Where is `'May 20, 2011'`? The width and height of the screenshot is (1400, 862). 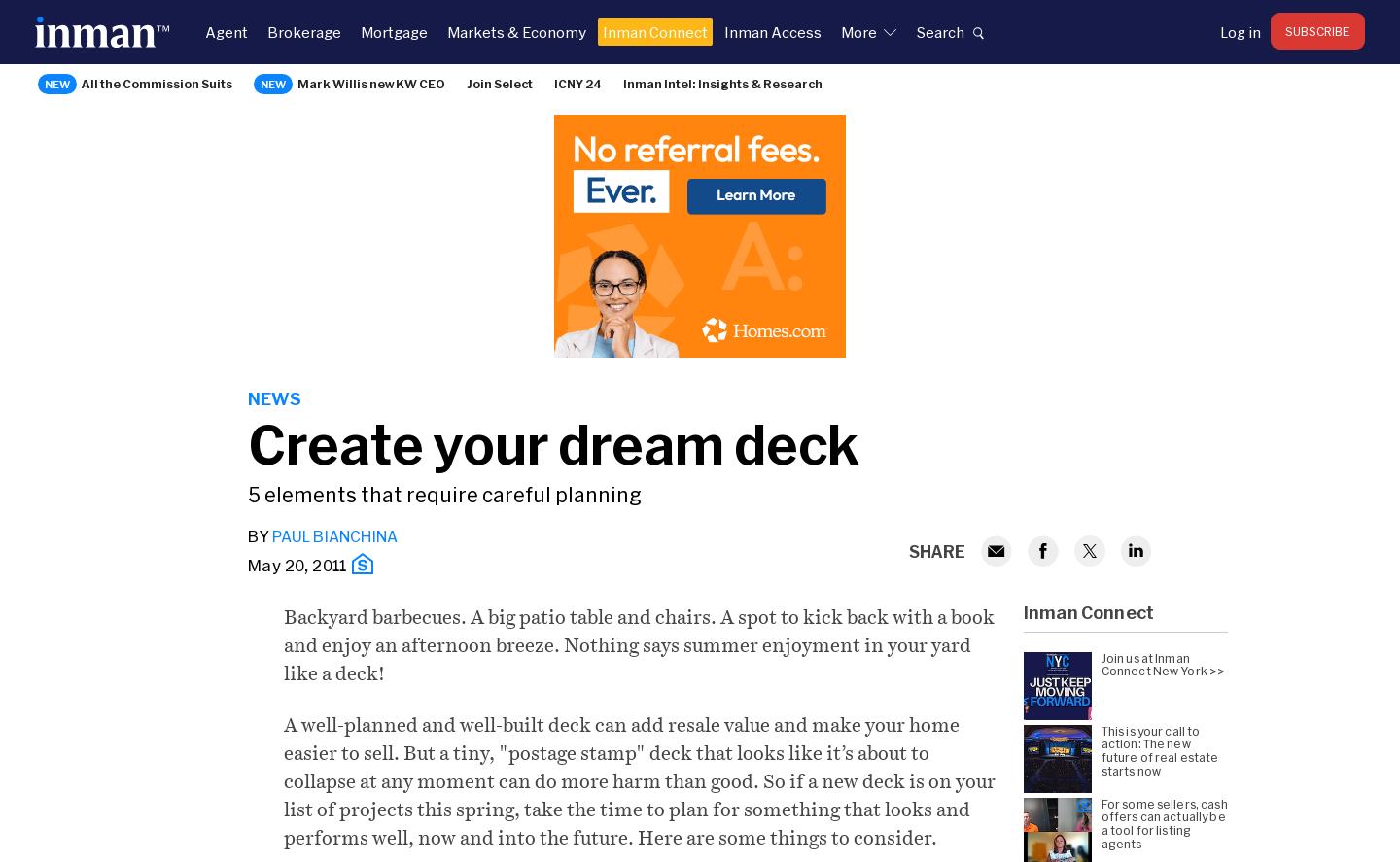
'May 20, 2011' is located at coordinates (247, 564).